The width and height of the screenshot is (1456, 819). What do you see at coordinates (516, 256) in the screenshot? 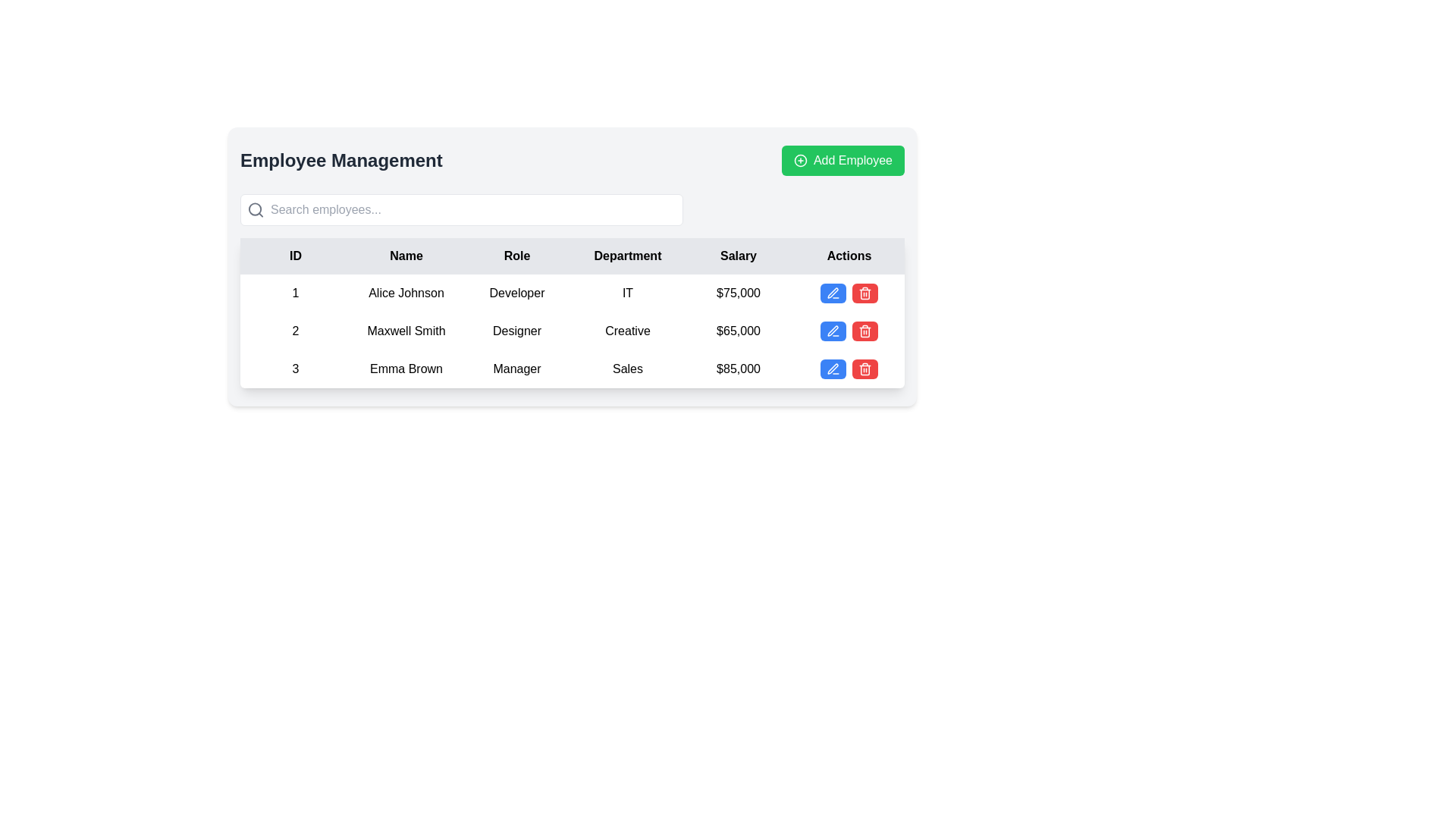
I see `the 'Role' column header text label, which is the third header in a row of six headers, positioned between 'Name' and 'Department'` at bounding box center [516, 256].